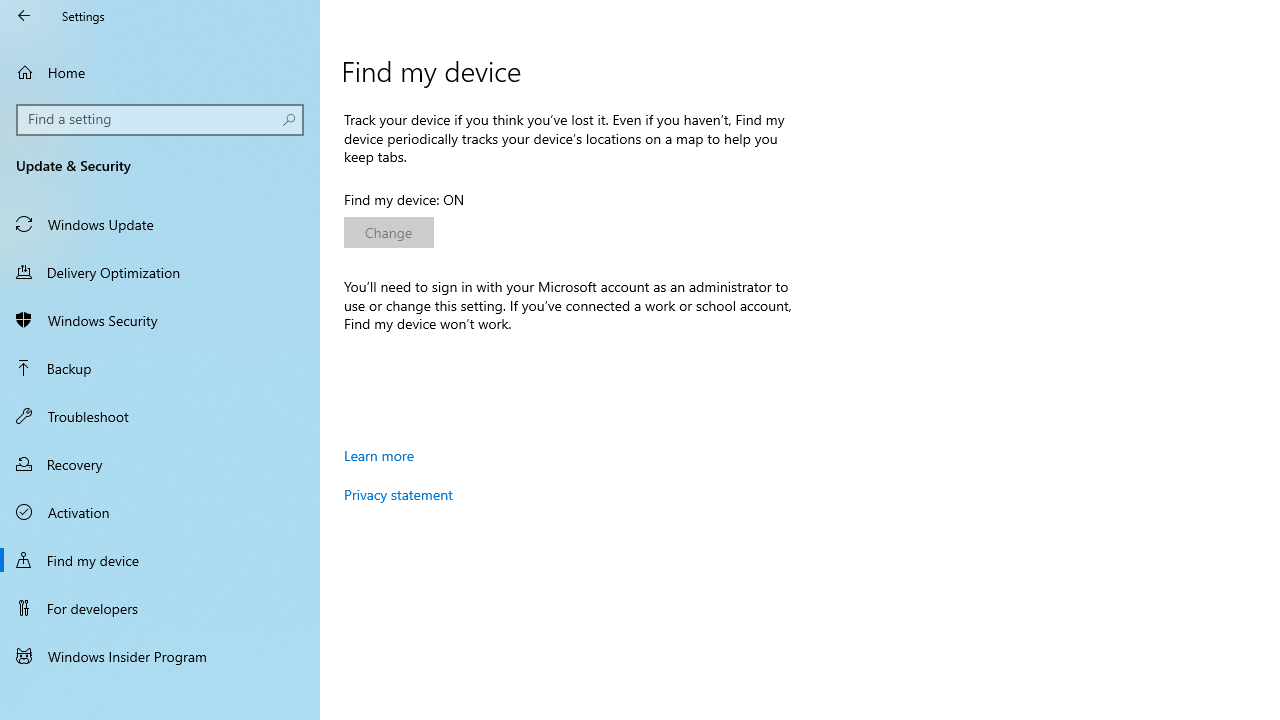 The height and width of the screenshot is (720, 1280). I want to click on 'Change', so click(389, 231).